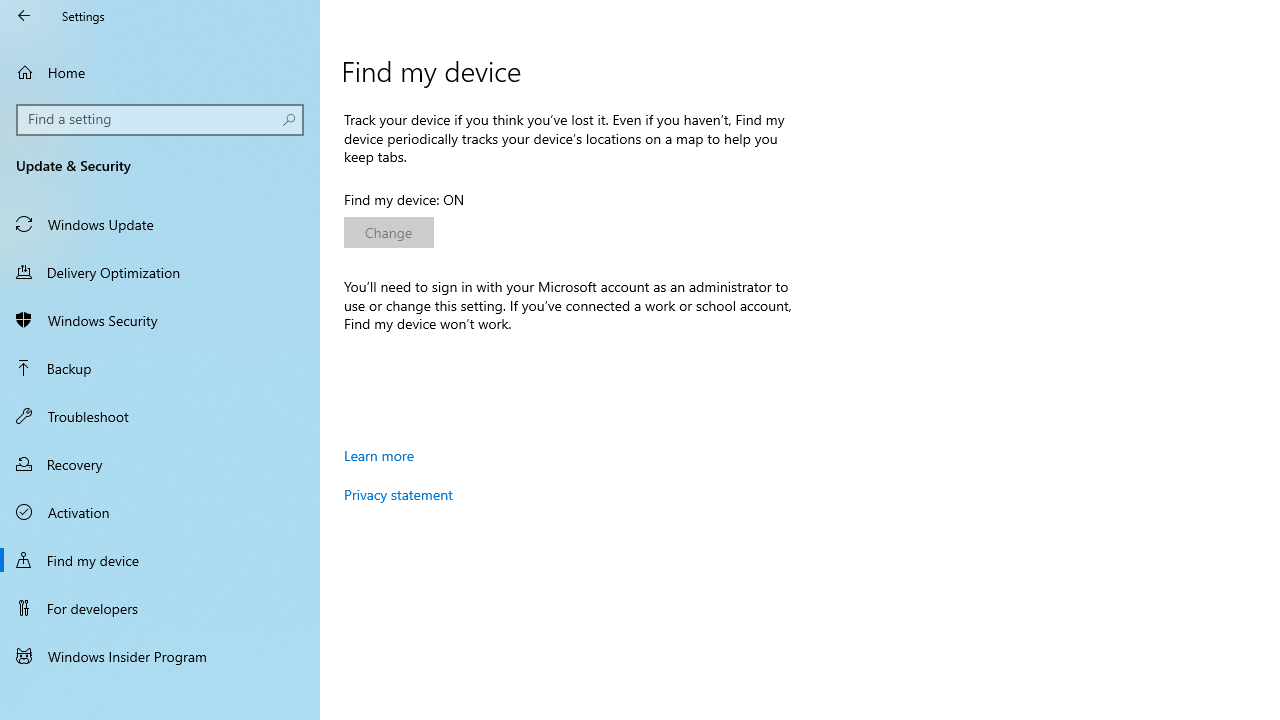 The height and width of the screenshot is (720, 1280). I want to click on 'Change', so click(389, 231).